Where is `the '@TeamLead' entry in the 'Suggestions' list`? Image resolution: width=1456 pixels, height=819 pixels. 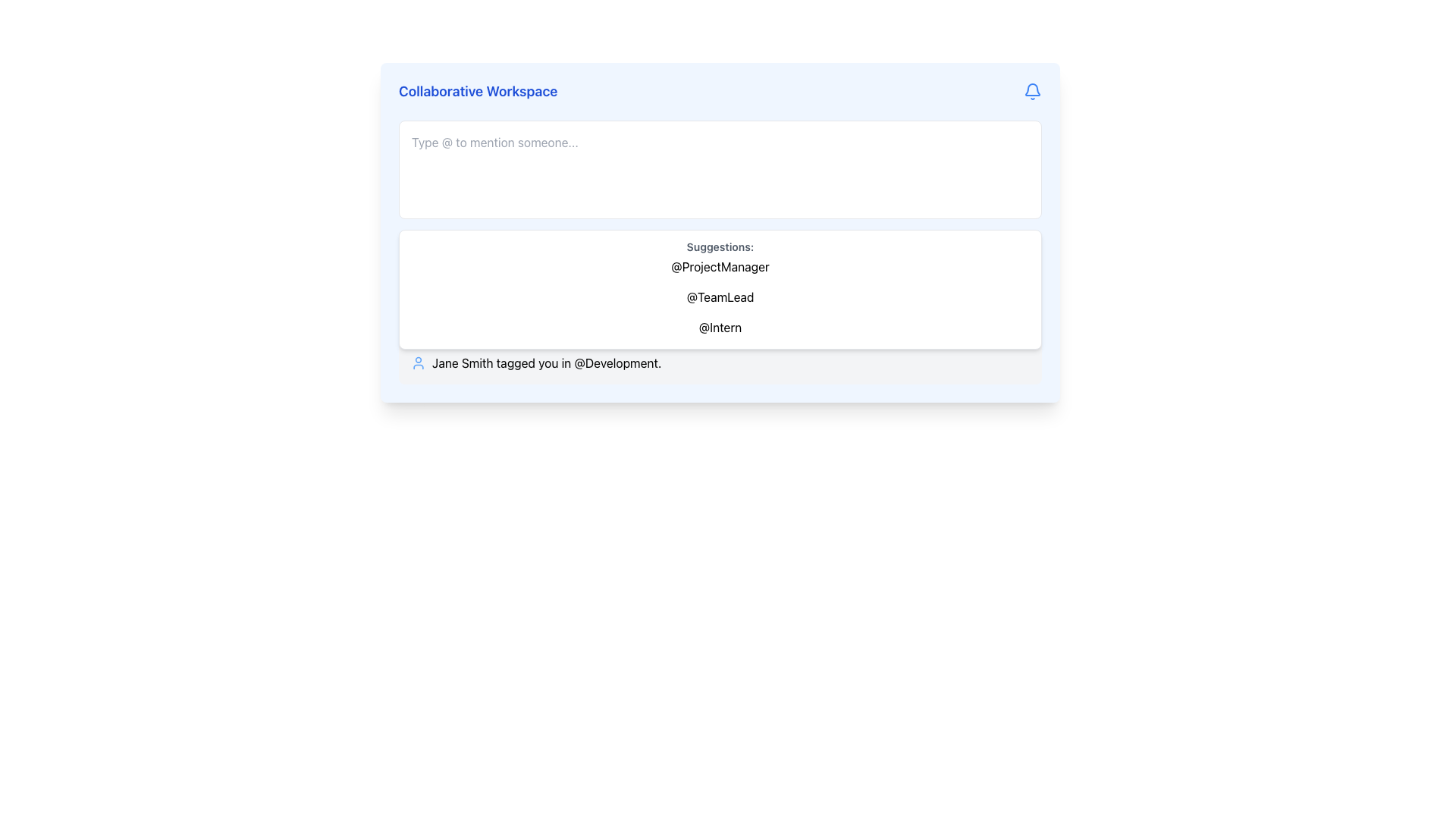 the '@TeamLead' entry in the 'Suggestions' list is located at coordinates (720, 297).